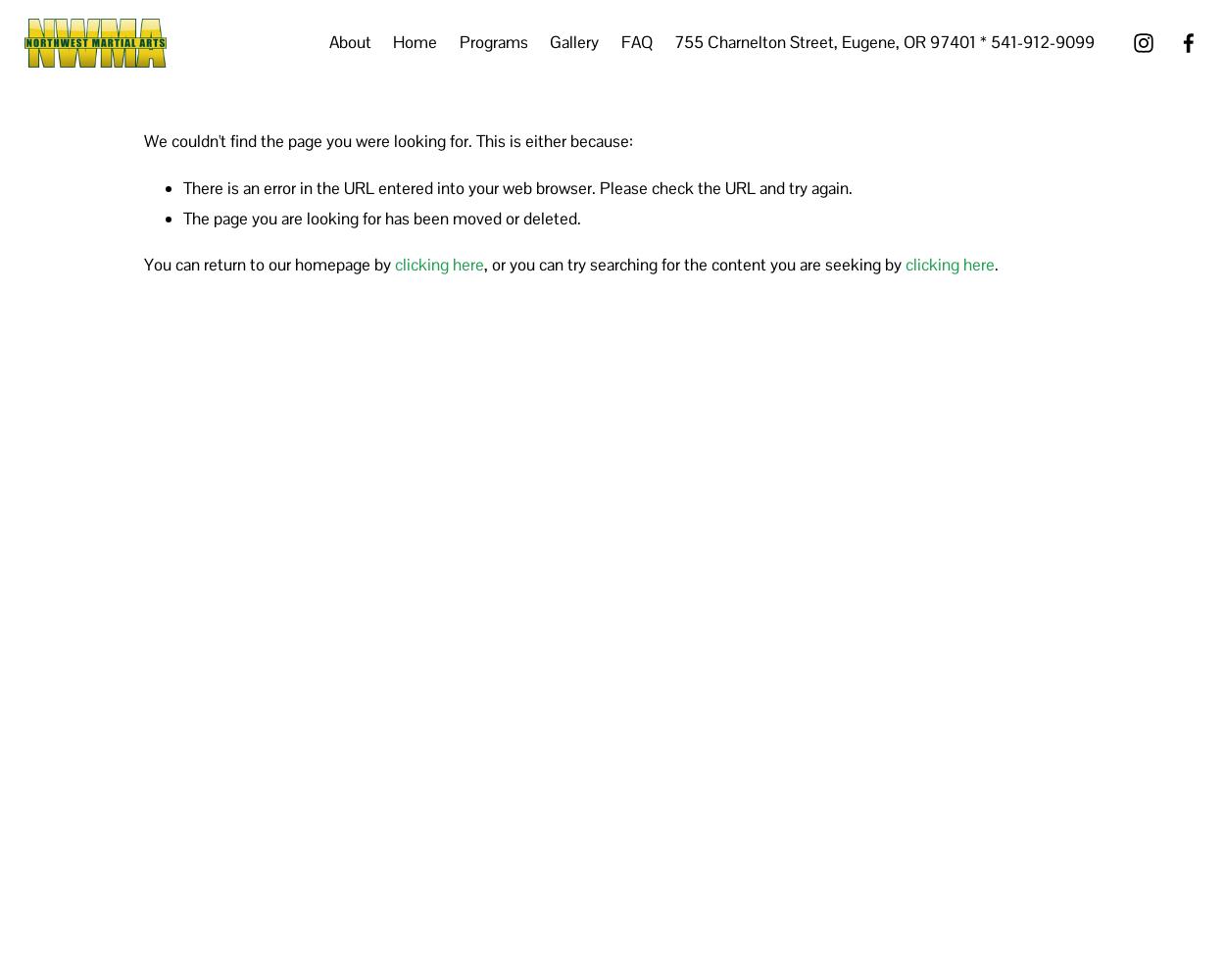  Describe the element at coordinates (884, 42) in the screenshot. I see `'755 Charnelton Street, Eugene, OR 97401 * 541-912-9099'` at that location.